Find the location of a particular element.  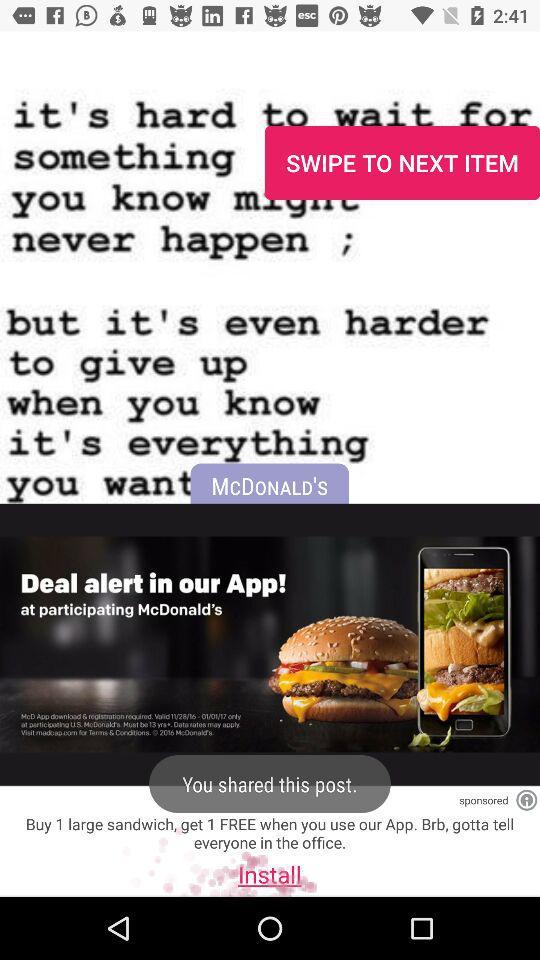

the info icon is located at coordinates (526, 800).